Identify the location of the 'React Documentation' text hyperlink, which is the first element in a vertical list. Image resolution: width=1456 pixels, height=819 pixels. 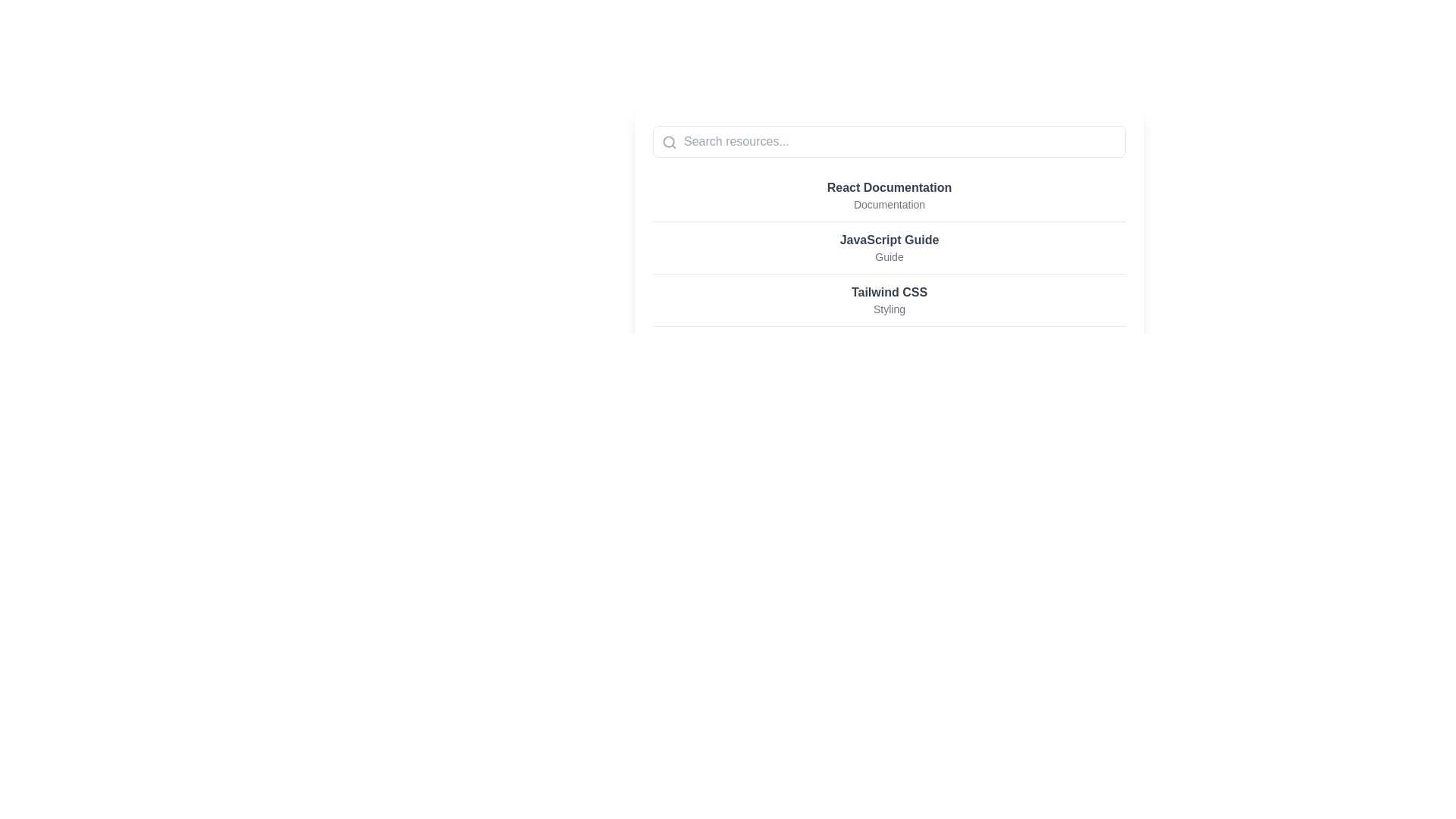
(889, 195).